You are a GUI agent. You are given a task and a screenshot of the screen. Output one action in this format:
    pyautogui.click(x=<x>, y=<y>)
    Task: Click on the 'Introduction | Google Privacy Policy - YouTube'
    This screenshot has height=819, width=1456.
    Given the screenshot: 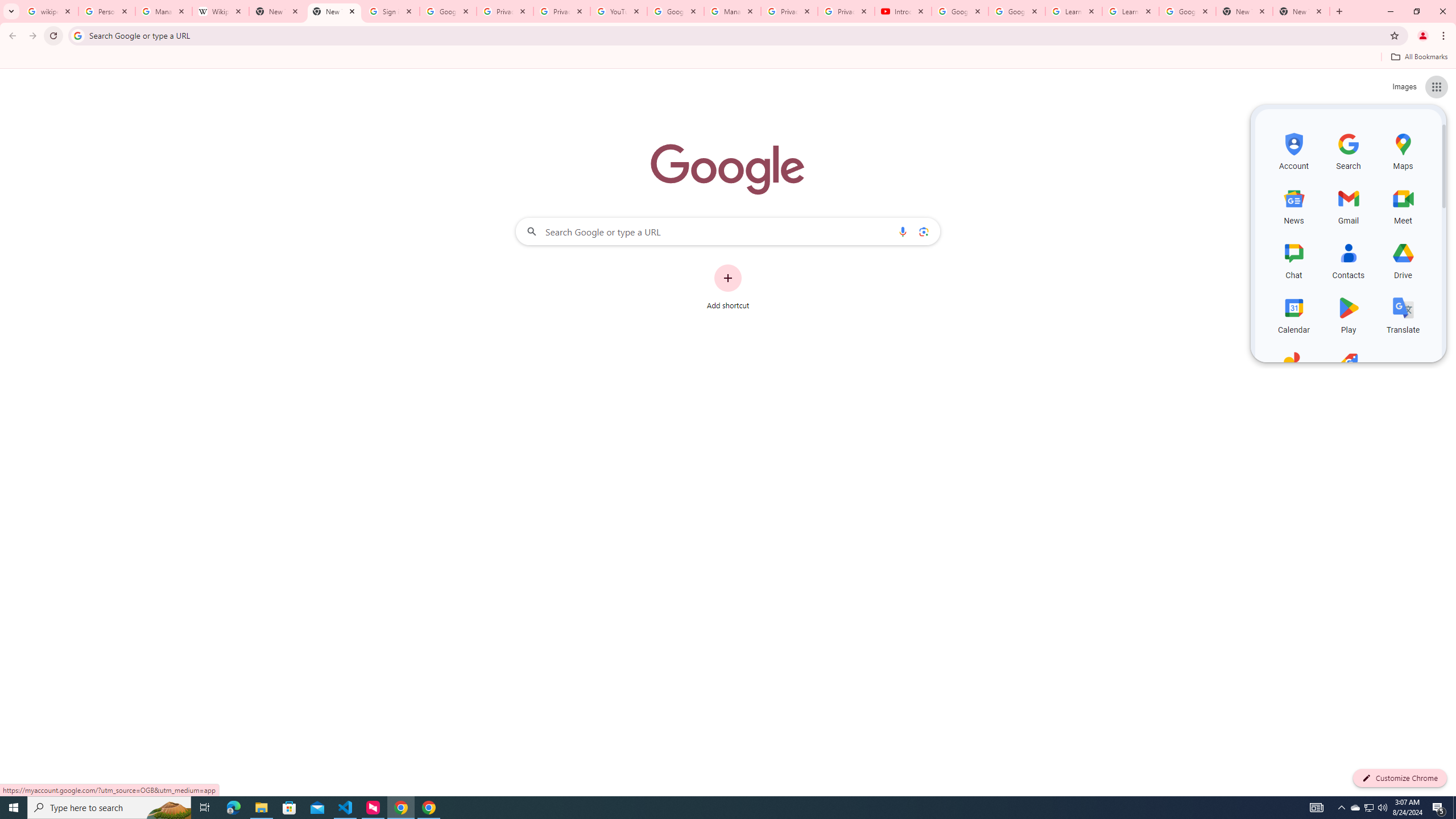 What is the action you would take?
    pyautogui.click(x=902, y=11)
    